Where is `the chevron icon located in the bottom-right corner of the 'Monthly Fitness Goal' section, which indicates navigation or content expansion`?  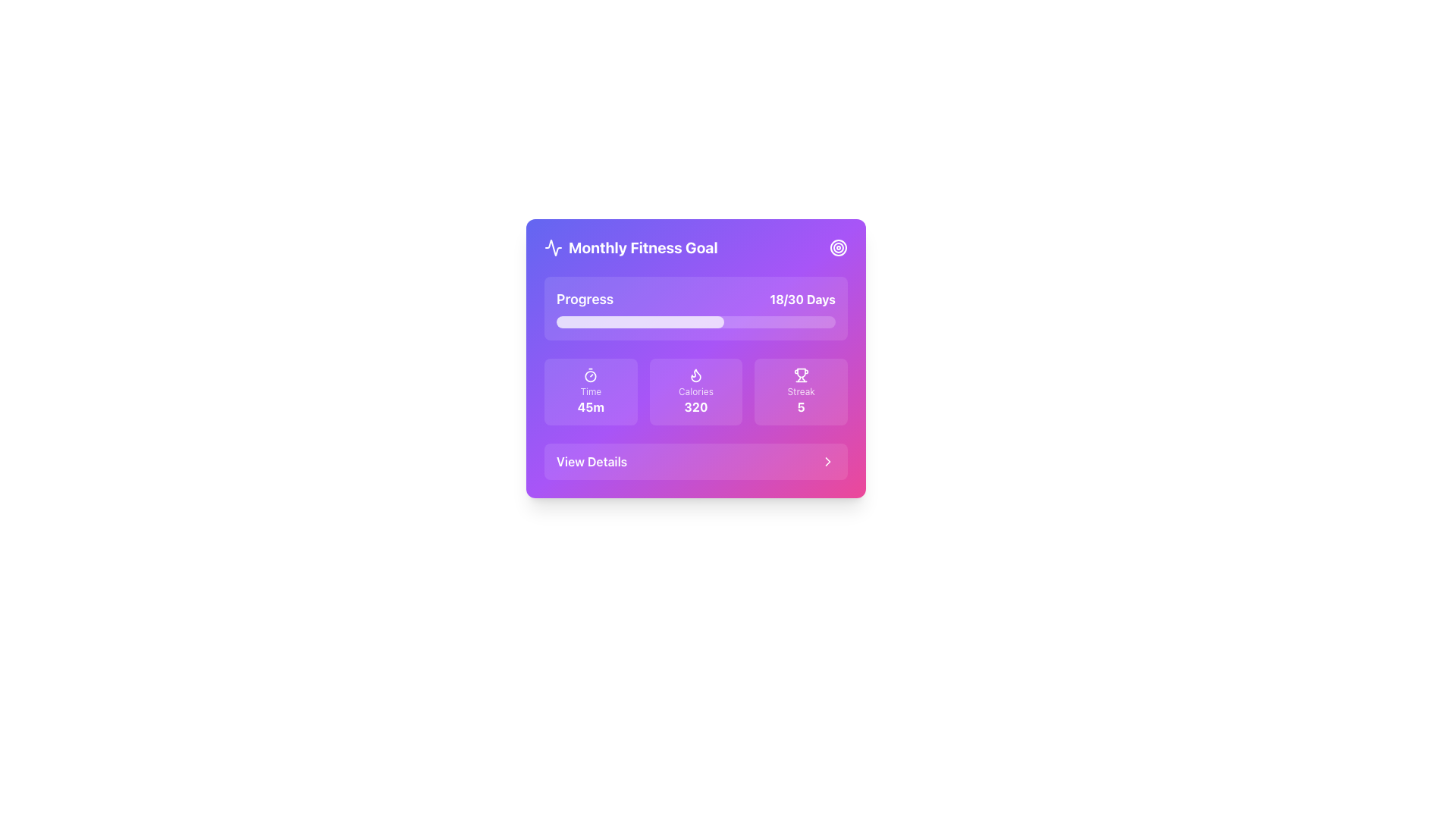
the chevron icon located in the bottom-right corner of the 'Monthly Fitness Goal' section, which indicates navigation or content expansion is located at coordinates (827, 461).